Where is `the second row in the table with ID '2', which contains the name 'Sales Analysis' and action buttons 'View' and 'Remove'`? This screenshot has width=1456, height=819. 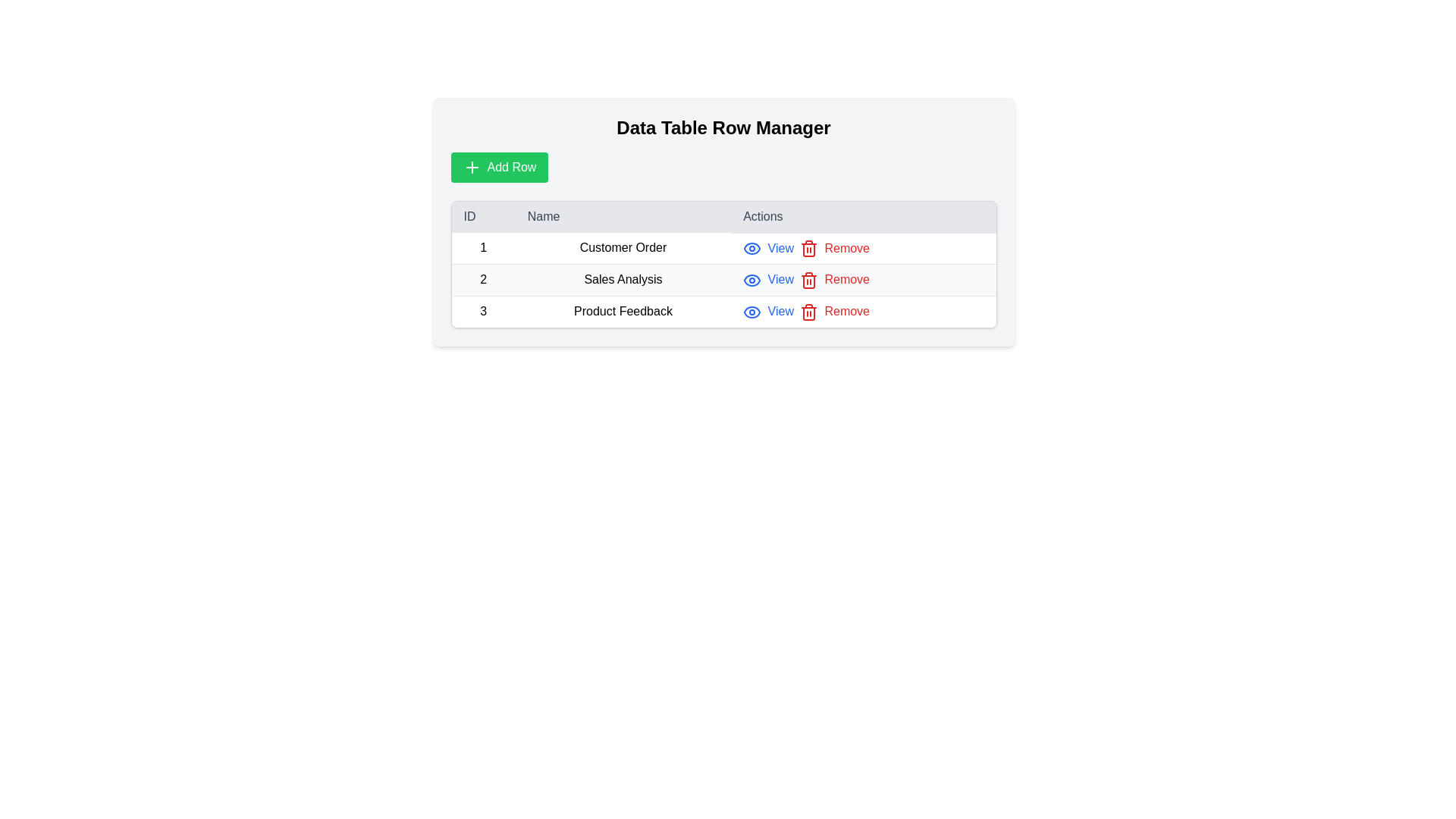 the second row in the table with ID '2', which contains the name 'Sales Analysis' and action buttons 'View' and 'Remove' is located at coordinates (723, 280).